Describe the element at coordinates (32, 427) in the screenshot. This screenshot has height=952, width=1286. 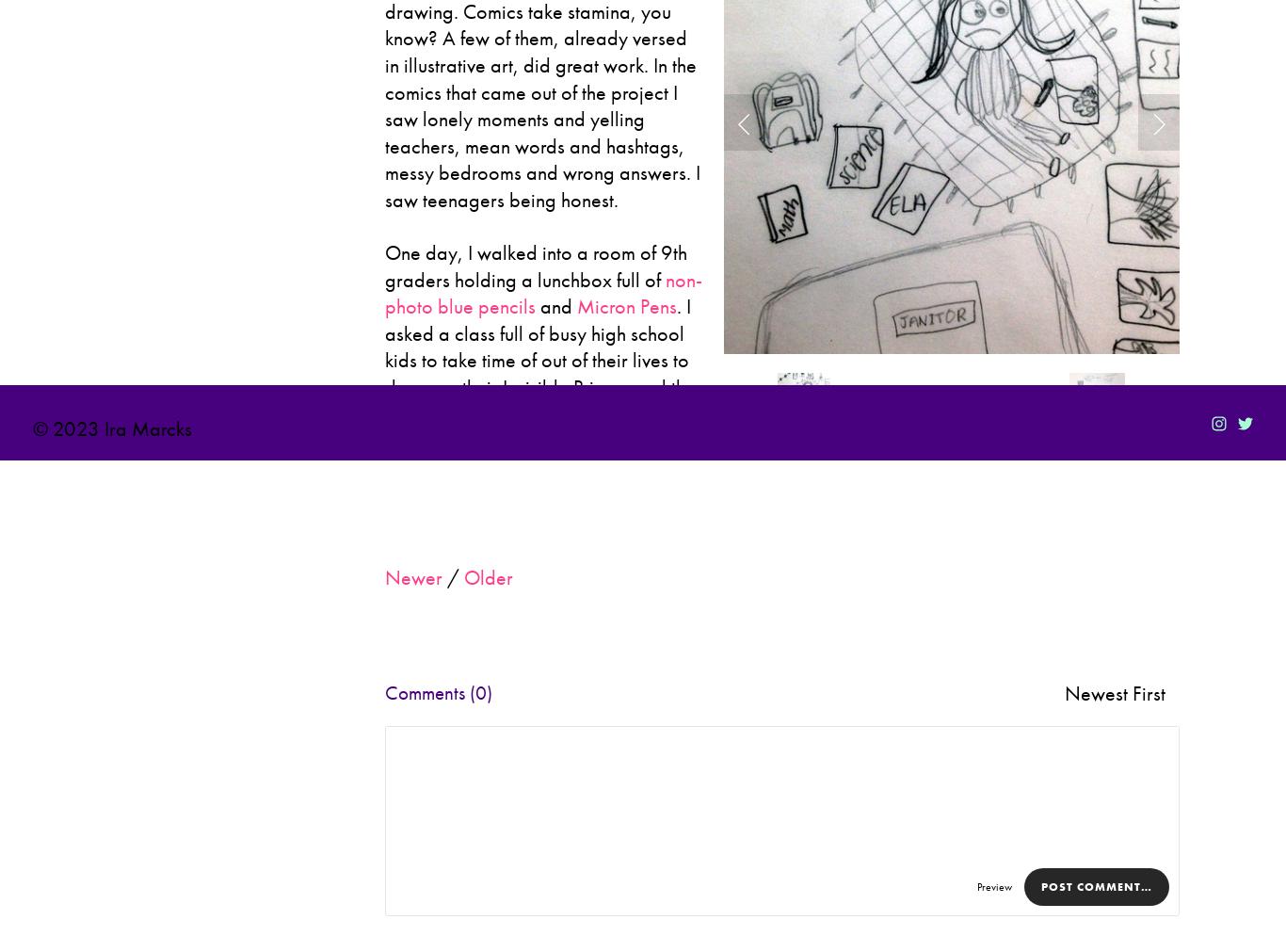
I see `'© 2023 Ira Marcks'` at that location.